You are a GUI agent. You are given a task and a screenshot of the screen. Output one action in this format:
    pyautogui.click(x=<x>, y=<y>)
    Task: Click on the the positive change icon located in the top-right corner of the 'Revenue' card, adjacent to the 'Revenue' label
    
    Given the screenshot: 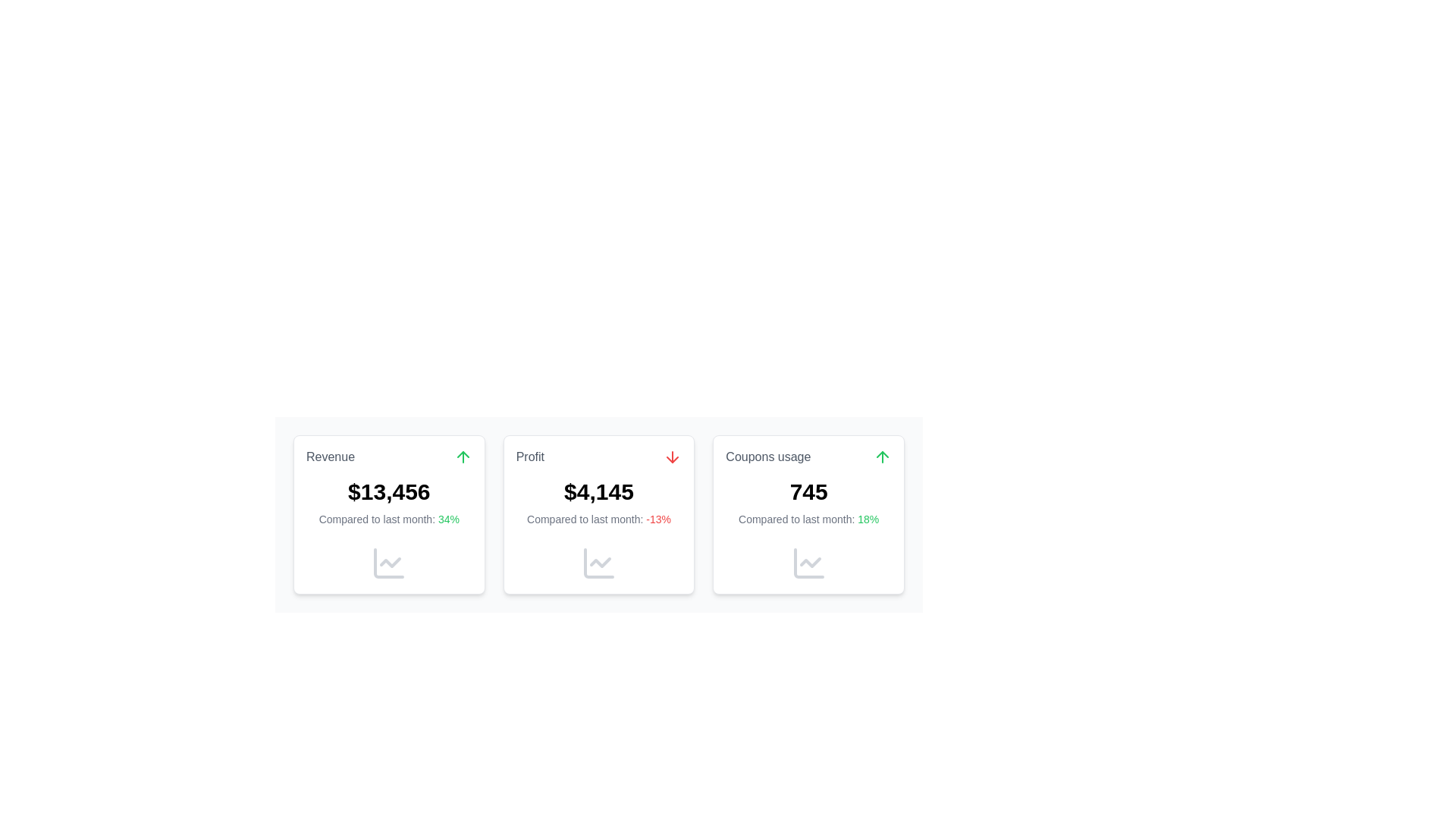 What is the action you would take?
    pyautogui.click(x=462, y=456)
    